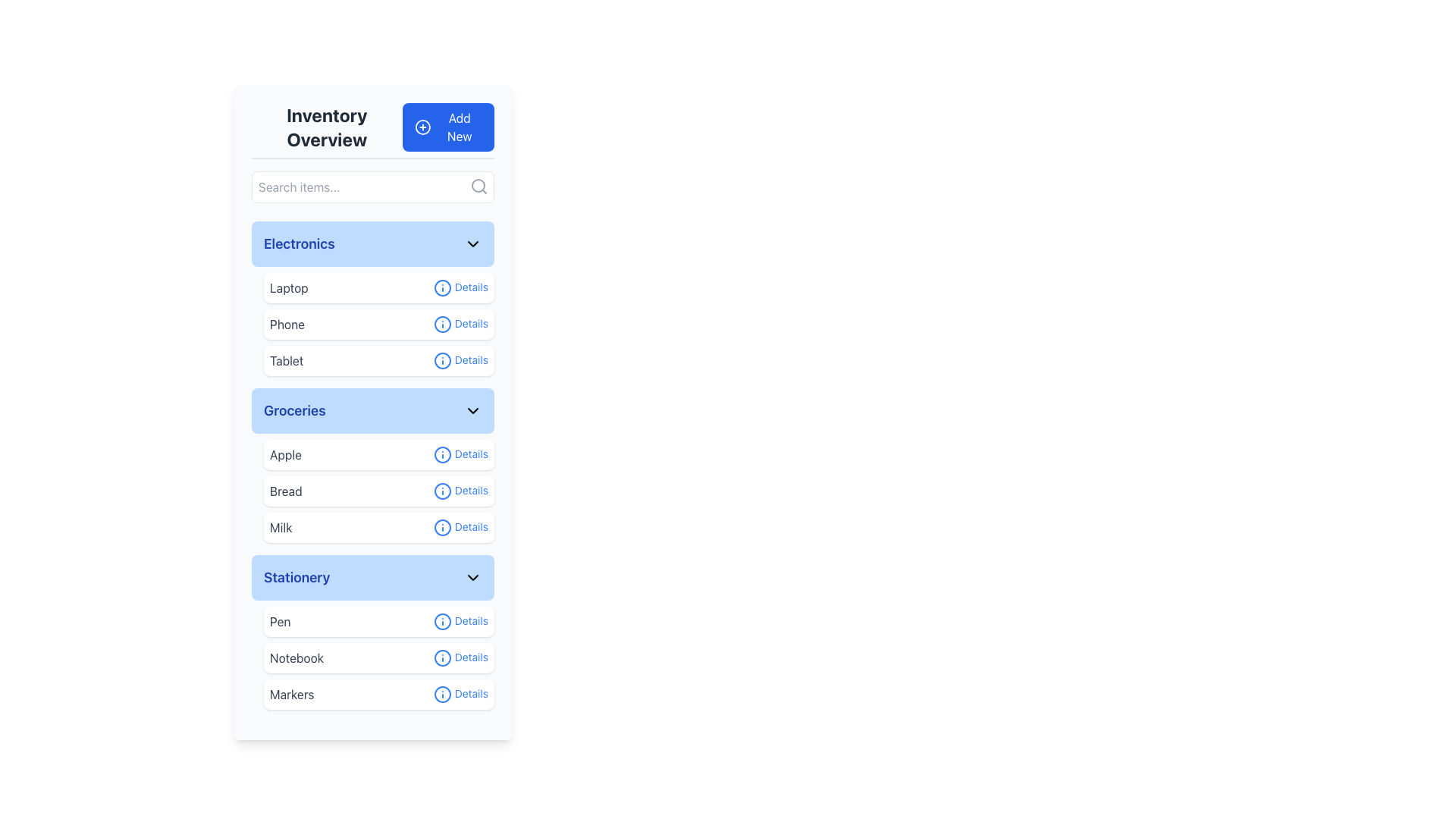 The image size is (1456, 819). Describe the element at coordinates (472, 411) in the screenshot. I see `the Dropdown indicator icon located in the right portion of the 'Groceries' section header` at that location.